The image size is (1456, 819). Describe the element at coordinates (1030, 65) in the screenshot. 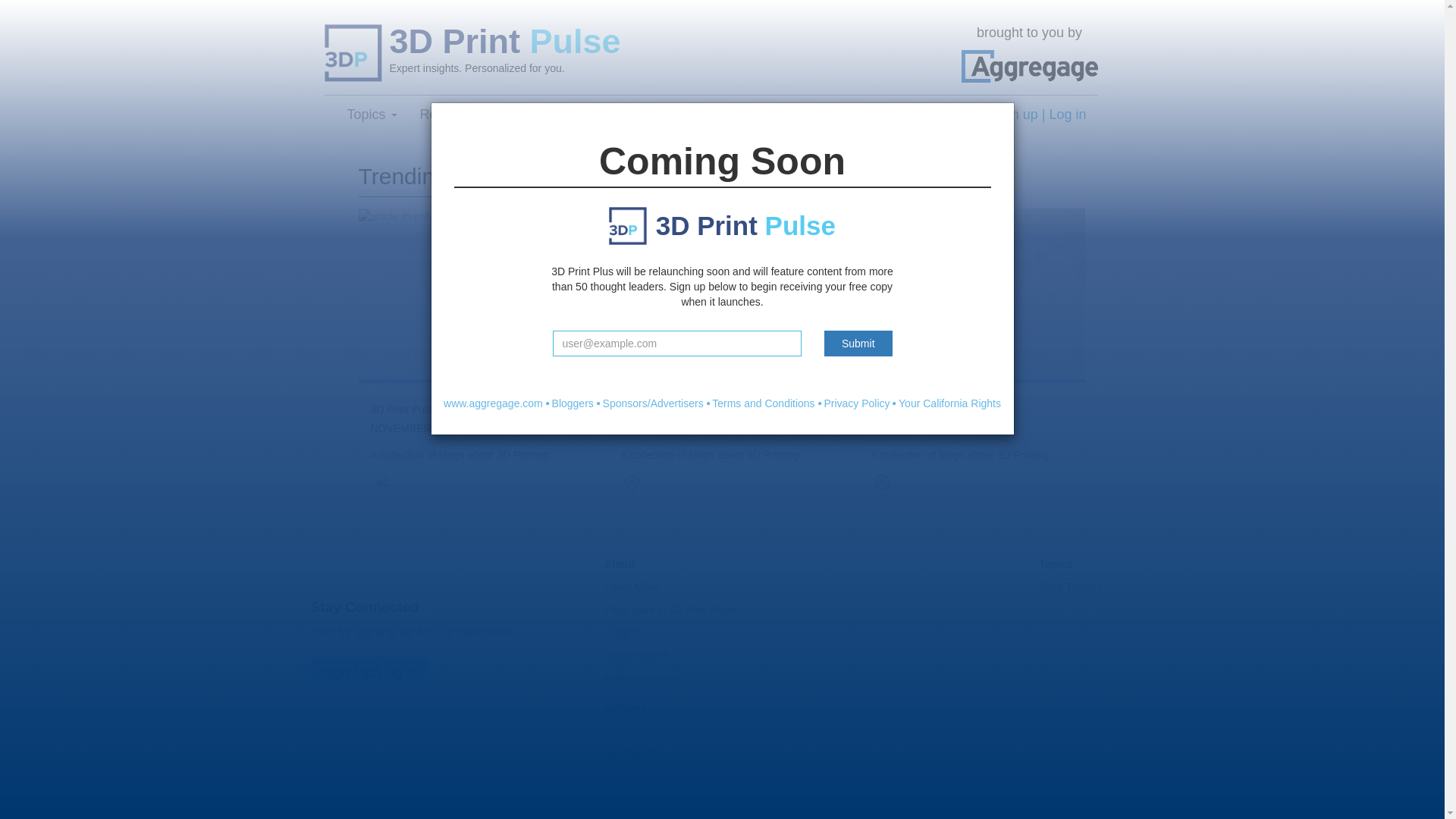

I see `'Aggregage'` at that location.